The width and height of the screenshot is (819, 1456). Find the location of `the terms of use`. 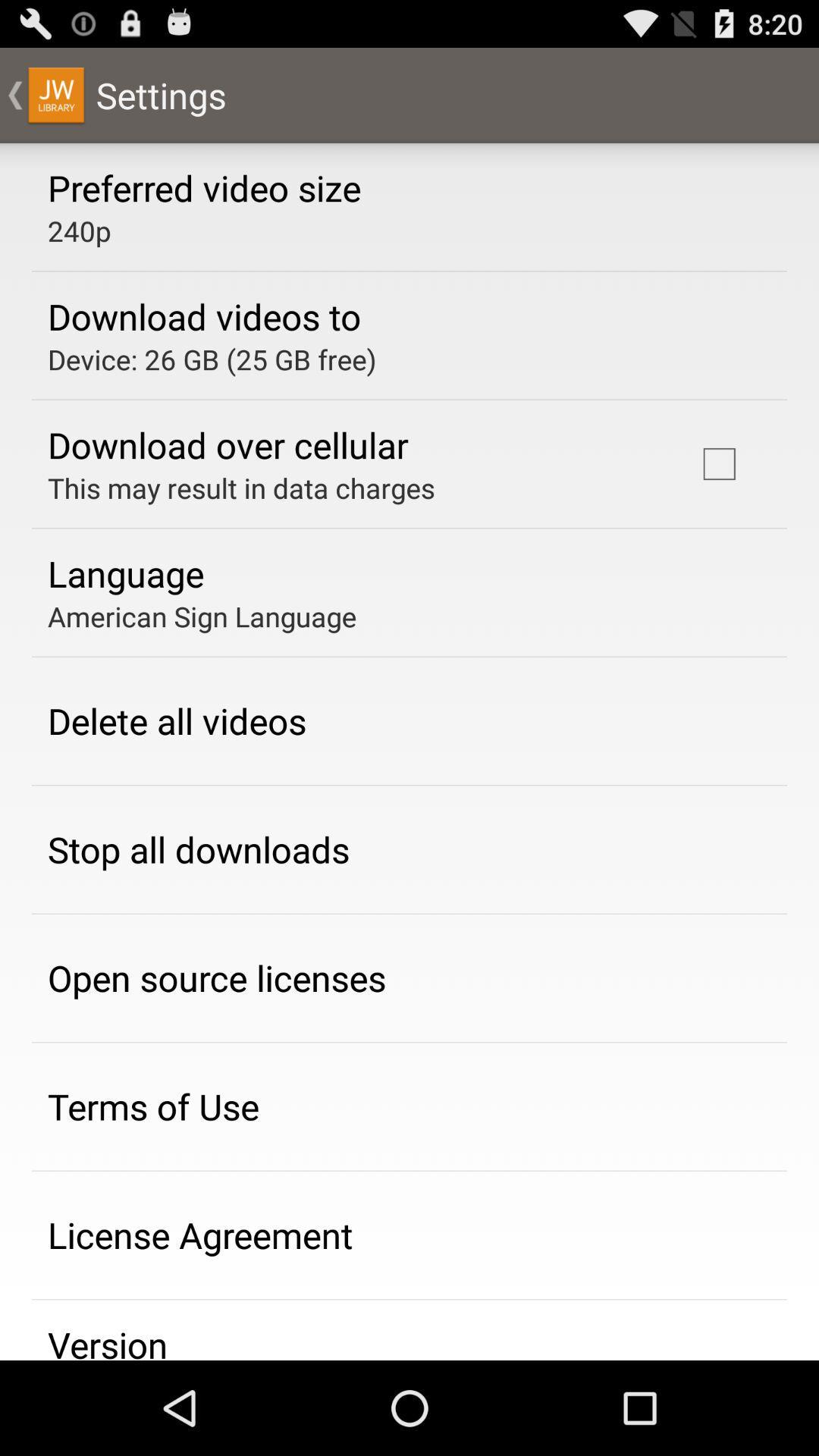

the terms of use is located at coordinates (153, 1106).